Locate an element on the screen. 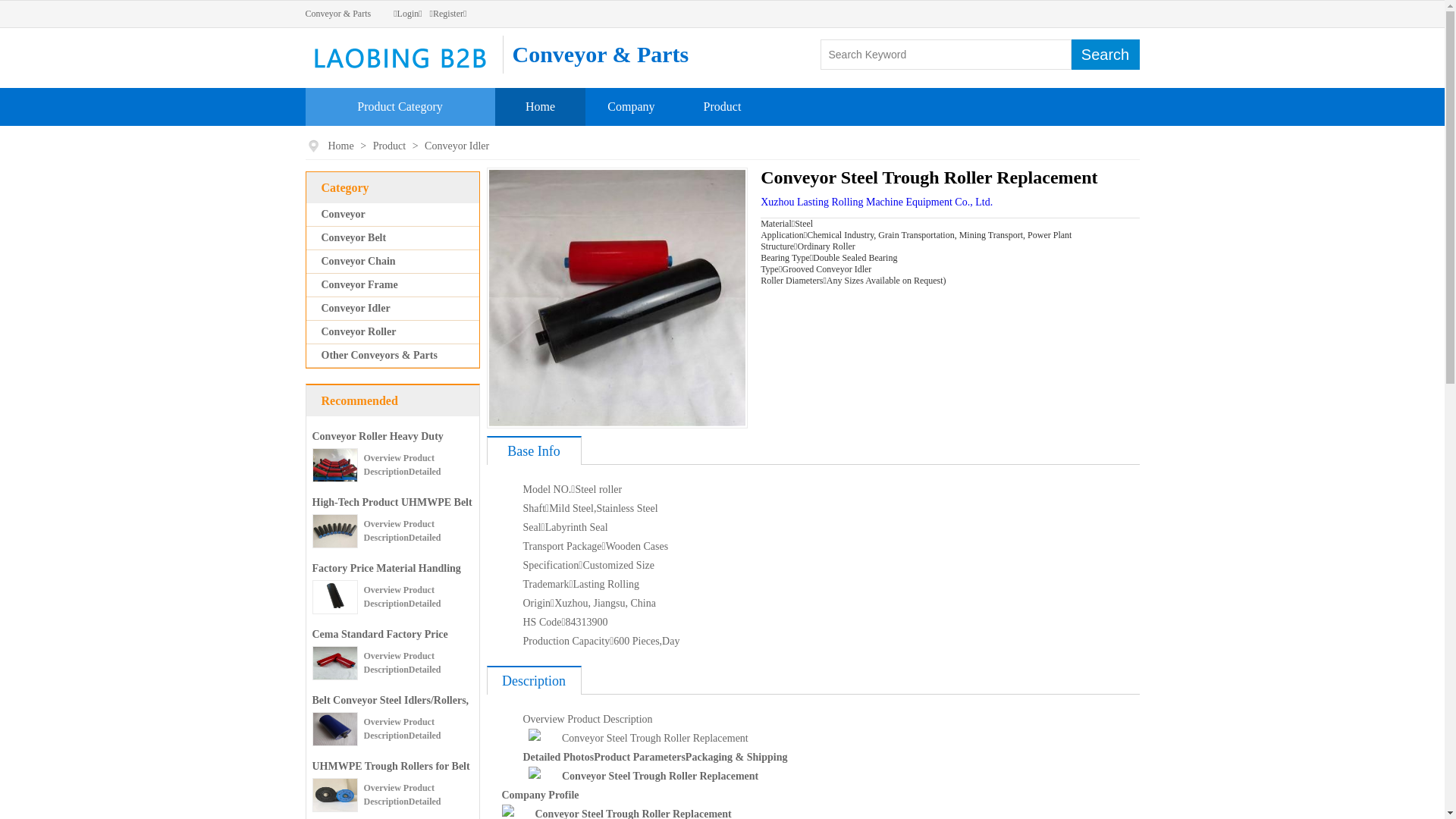 The width and height of the screenshot is (1456, 819). 'Home' is located at coordinates (540, 105).